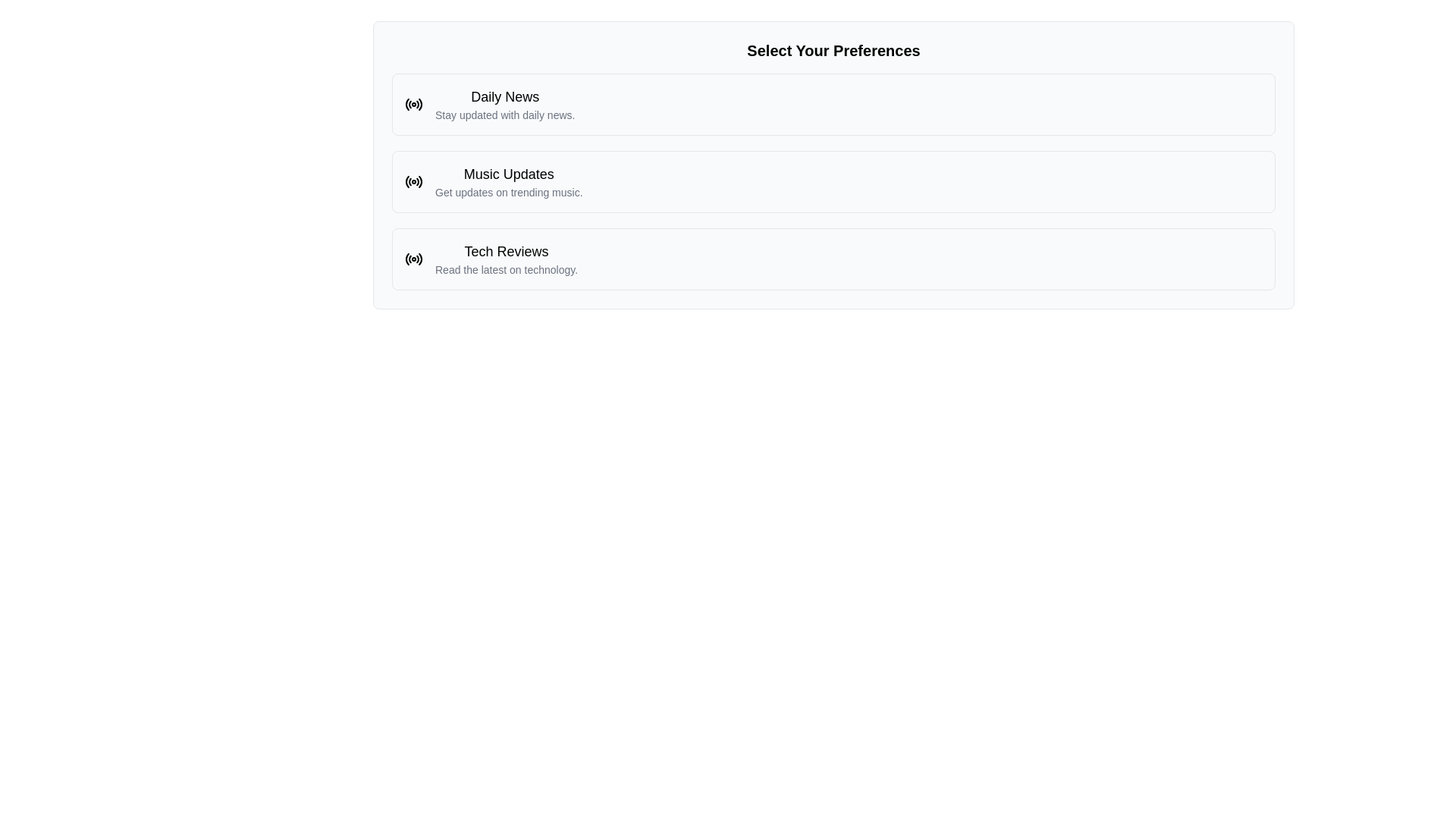  What do you see at coordinates (506, 268) in the screenshot?
I see `the text element that reads 'Read the latest on technology.' which is styled in a smaller font with a light gray color, located below the heading 'Tech Reviews'` at bounding box center [506, 268].